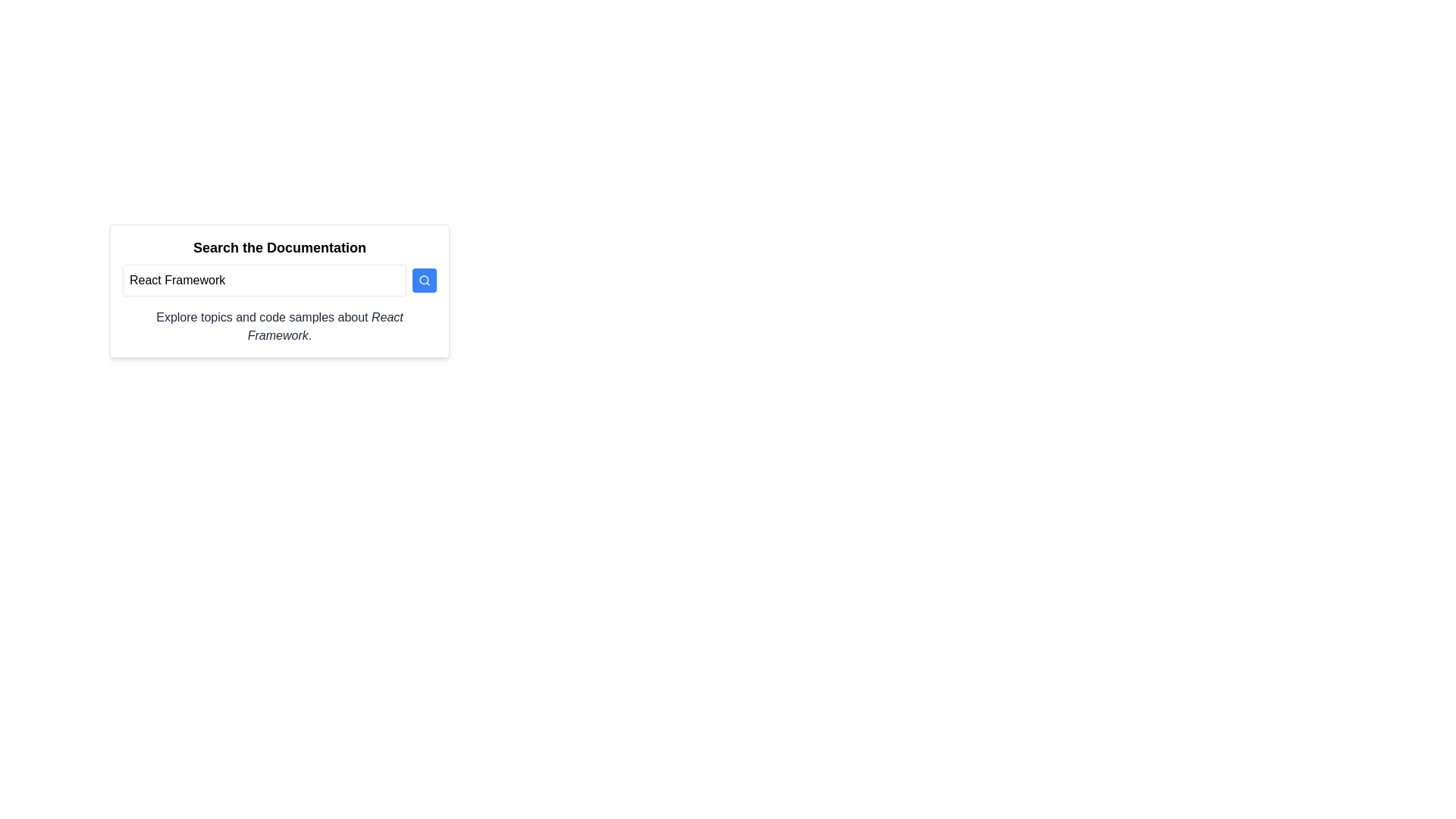  Describe the element at coordinates (280, 326) in the screenshot. I see `the descriptive text element that provides information about available topics and code samples related to the React Framework, positioned below the search bar and title 'Search the Documentation'` at that location.